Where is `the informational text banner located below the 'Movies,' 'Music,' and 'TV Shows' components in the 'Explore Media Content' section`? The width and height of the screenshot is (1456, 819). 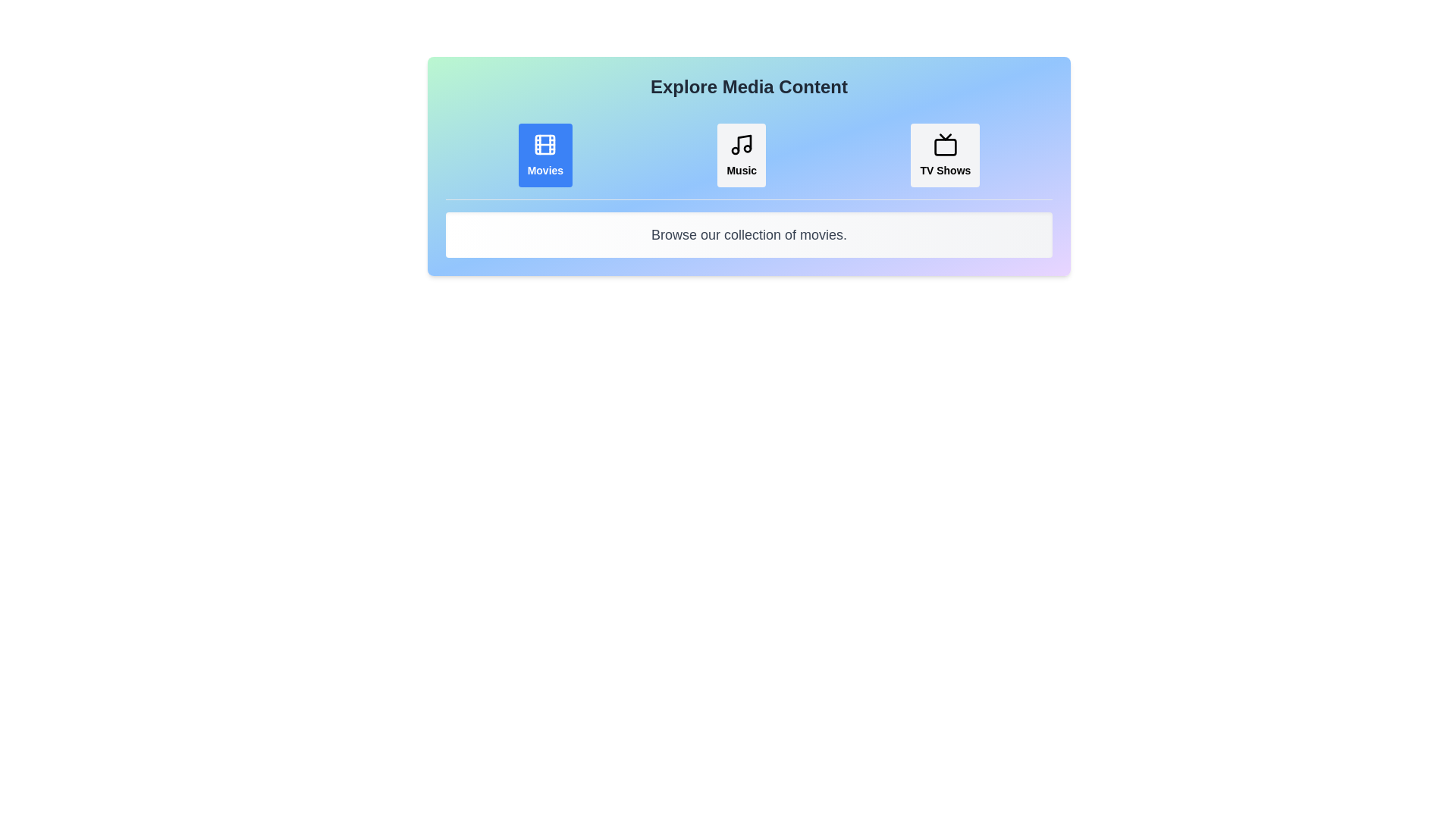 the informational text banner located below the 'Movies,' 'Music,' and 'TV Shows' components in the 'Explore Media Content' section is located at coordinates (749, 234).